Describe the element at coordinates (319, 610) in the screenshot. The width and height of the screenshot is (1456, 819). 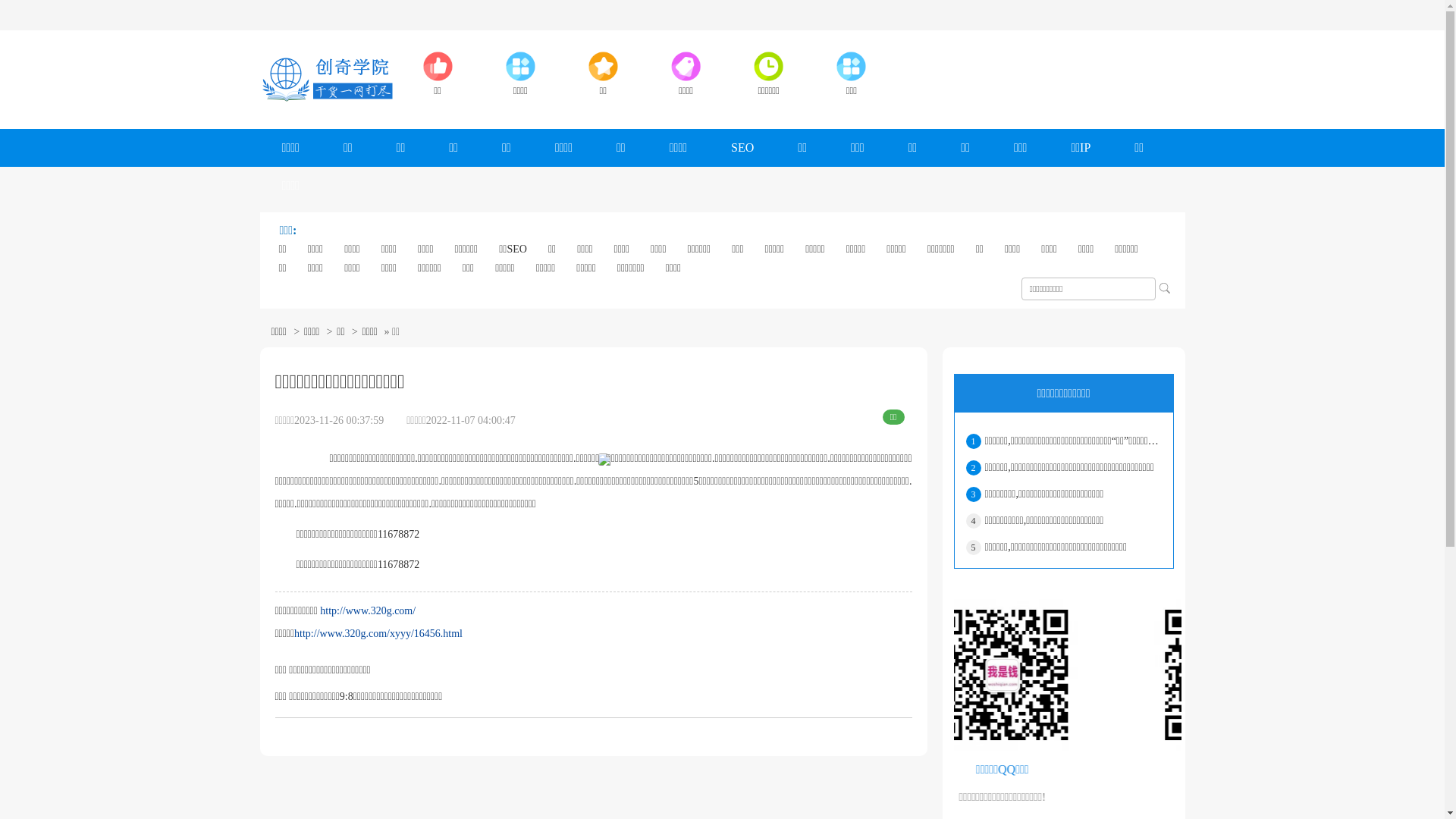
I see `'http://www.320g.com/'` at that location.